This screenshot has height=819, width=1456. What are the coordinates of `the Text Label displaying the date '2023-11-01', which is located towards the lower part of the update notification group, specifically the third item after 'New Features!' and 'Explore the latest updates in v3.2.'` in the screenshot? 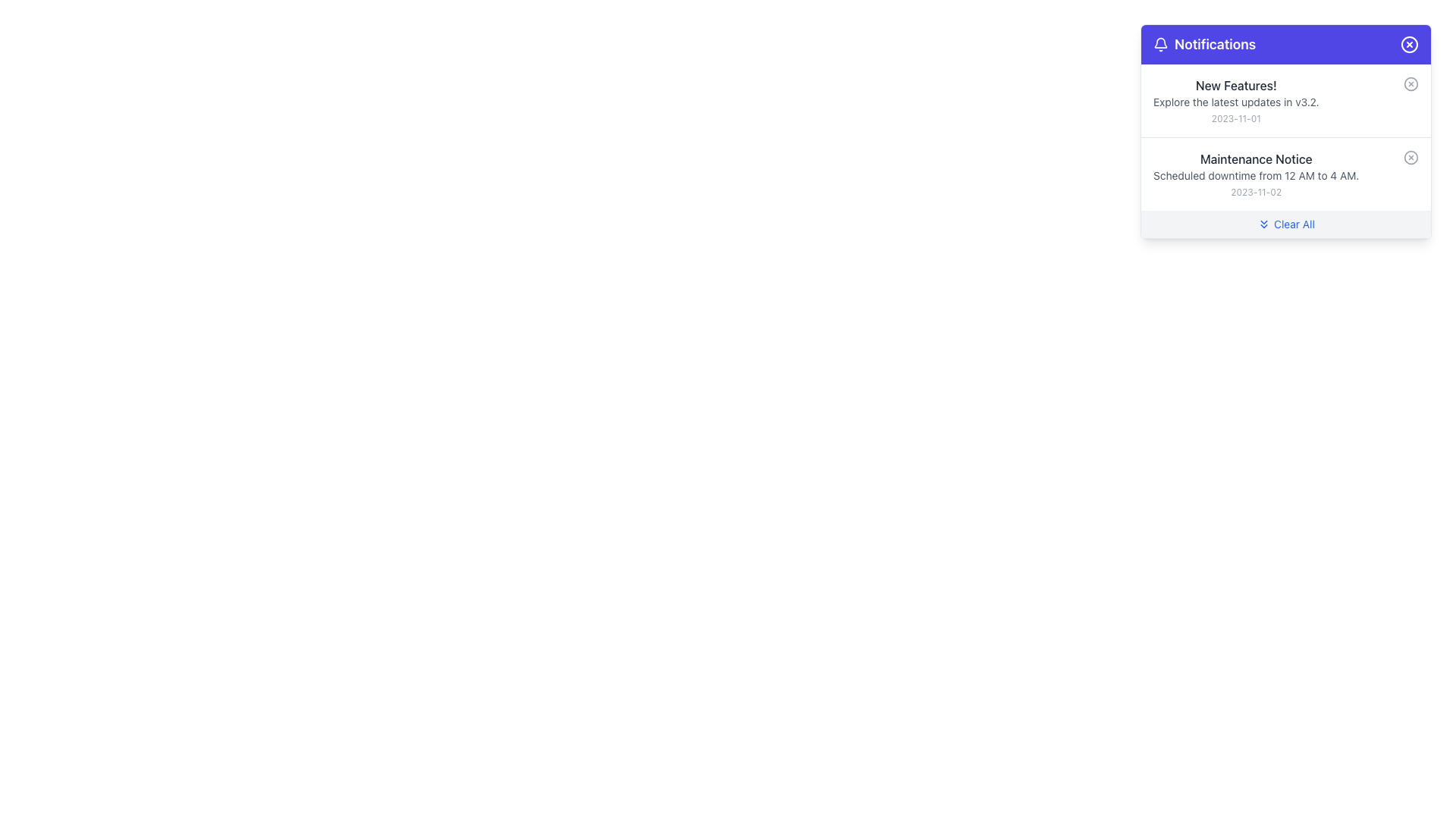 It's located at (1236, 118).